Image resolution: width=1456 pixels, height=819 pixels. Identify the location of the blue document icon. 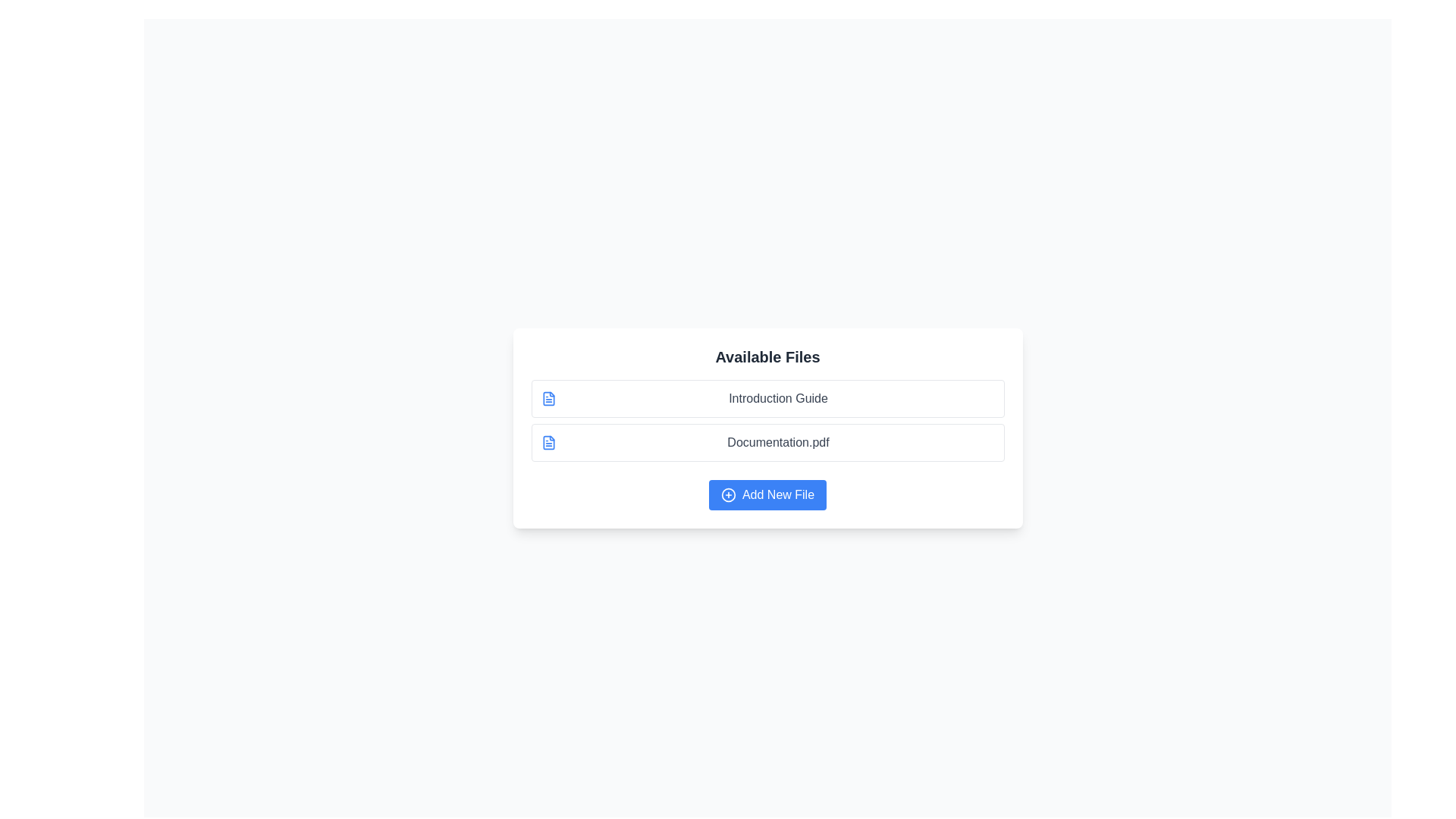
(548, 442).